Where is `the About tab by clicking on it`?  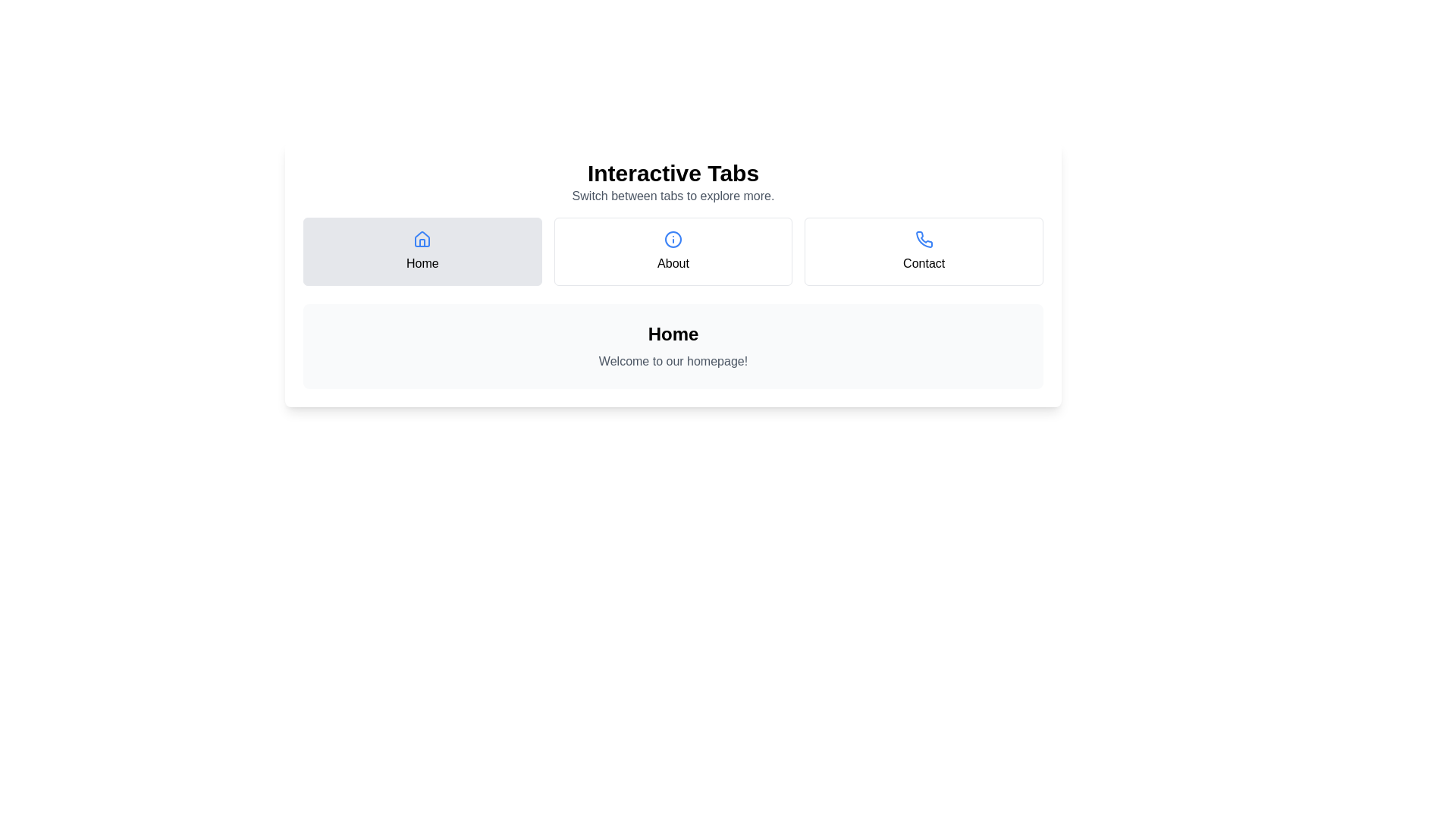
the About tab by clicking on it is located at coordinates (673, 250).